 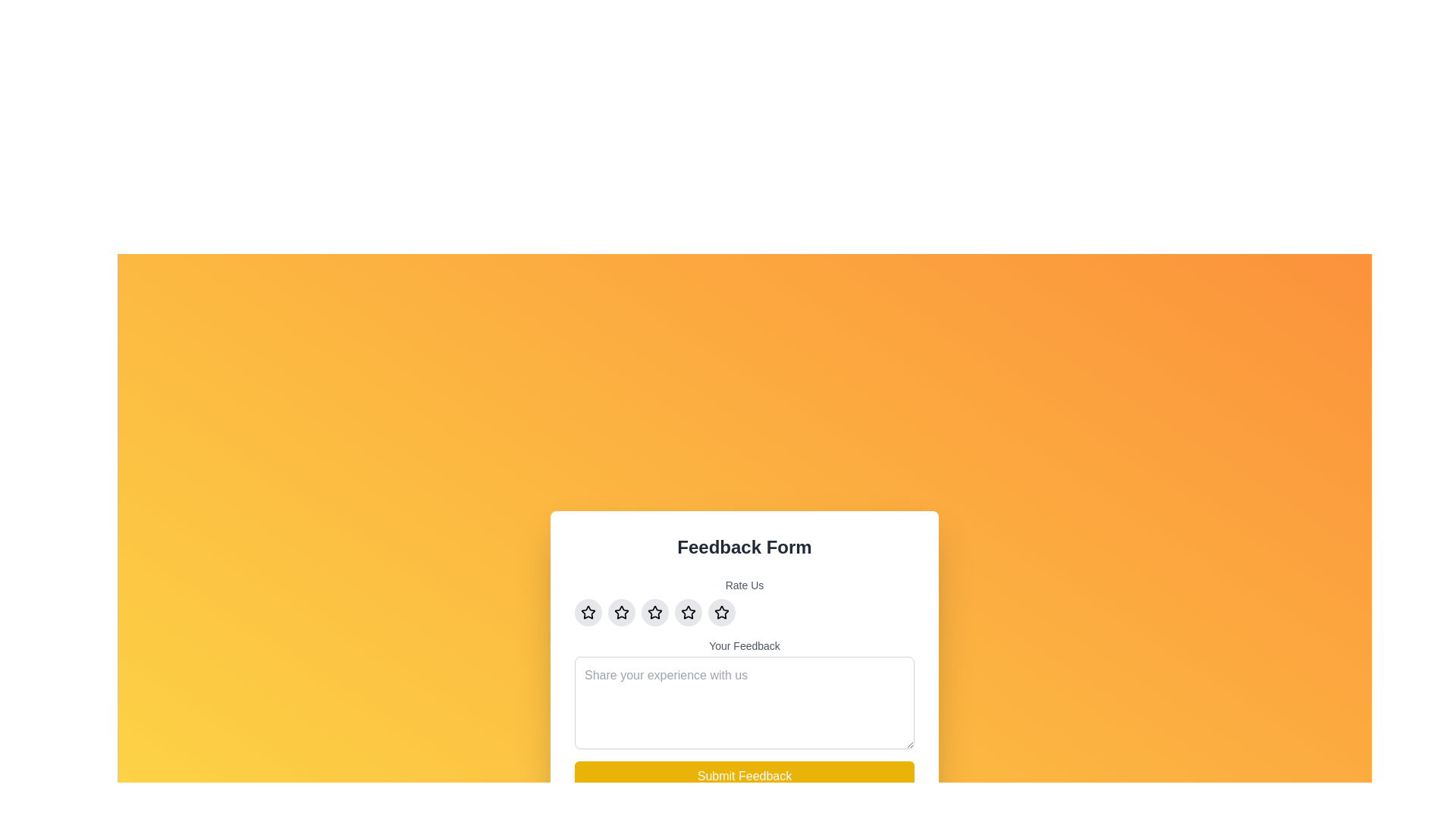 What do you see at coordinates (655, 611) in the screenshot?
I see `the third star icon in the rating section below the 'Rate Us' label` at bounding box center [655, 611].